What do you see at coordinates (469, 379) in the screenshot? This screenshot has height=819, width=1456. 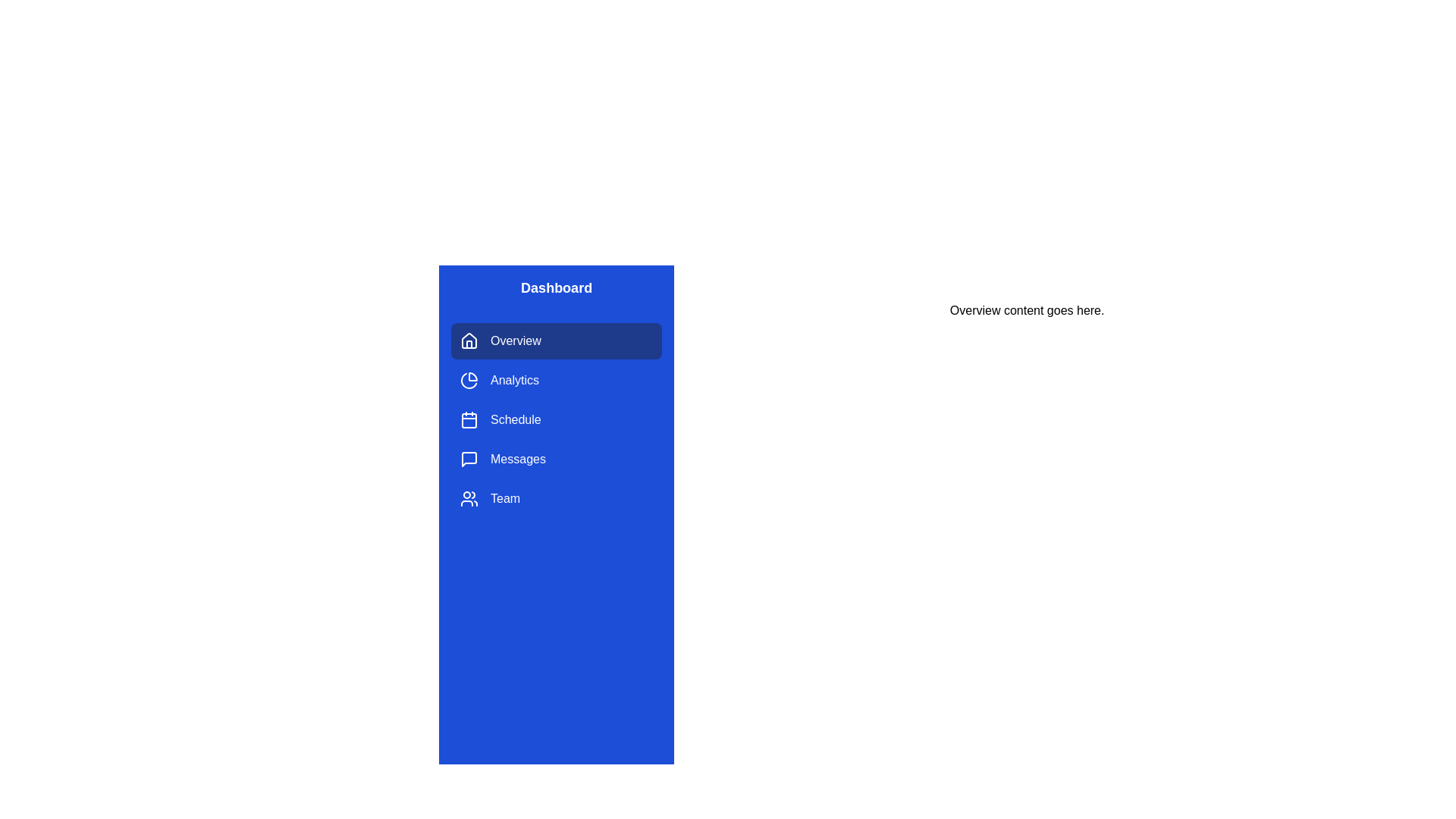 I see `the pie chart icon in the sidebar next to the 'Analytics' text` at bounding box center [469, 379].